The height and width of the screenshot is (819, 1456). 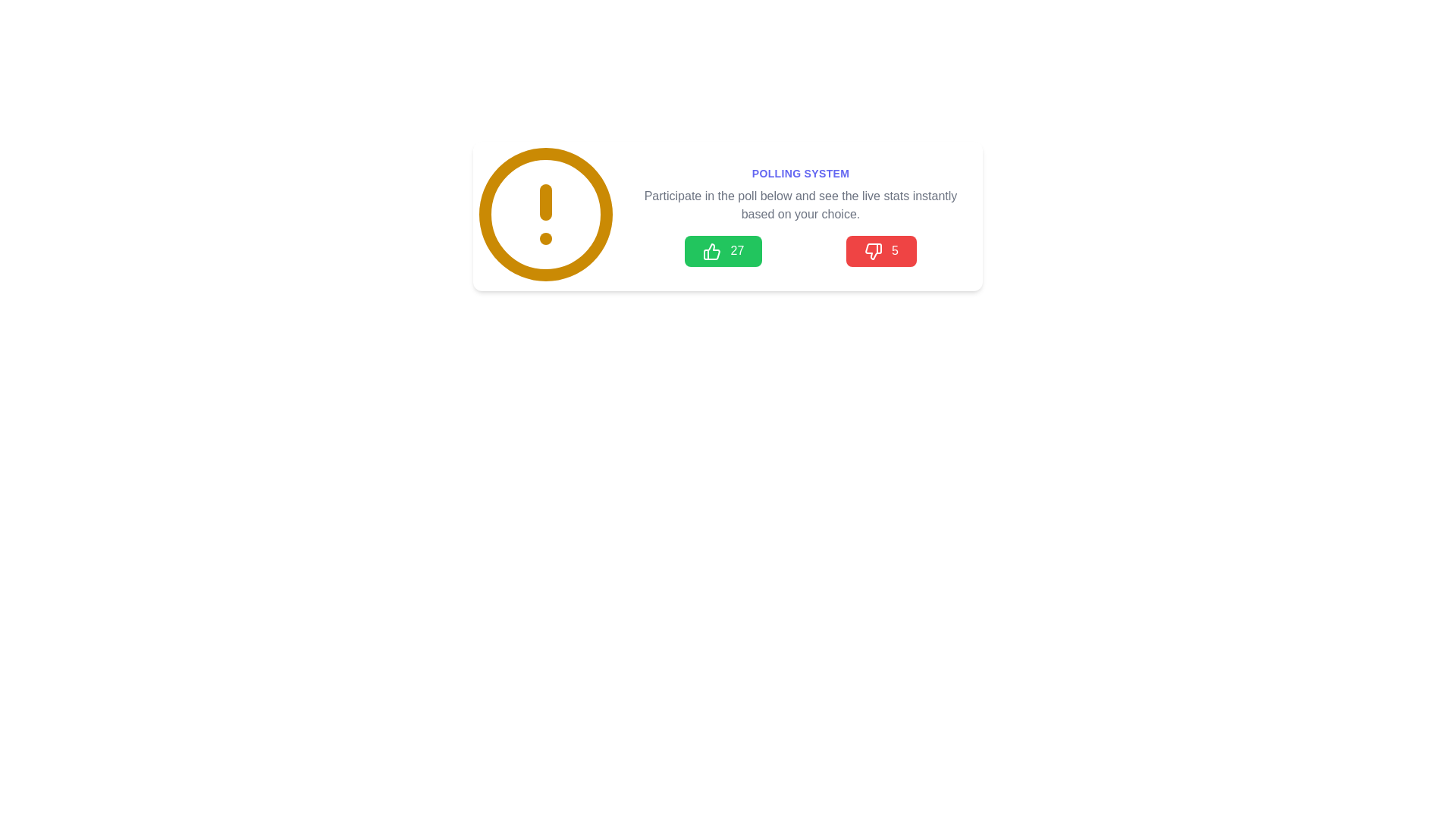 What do you see at coordinates (723, 250) in the screenshot?
I see `the leftmost green button displaying the number '27' with a thumbs-up icon to increment the count` at bounding box center [723, 250].